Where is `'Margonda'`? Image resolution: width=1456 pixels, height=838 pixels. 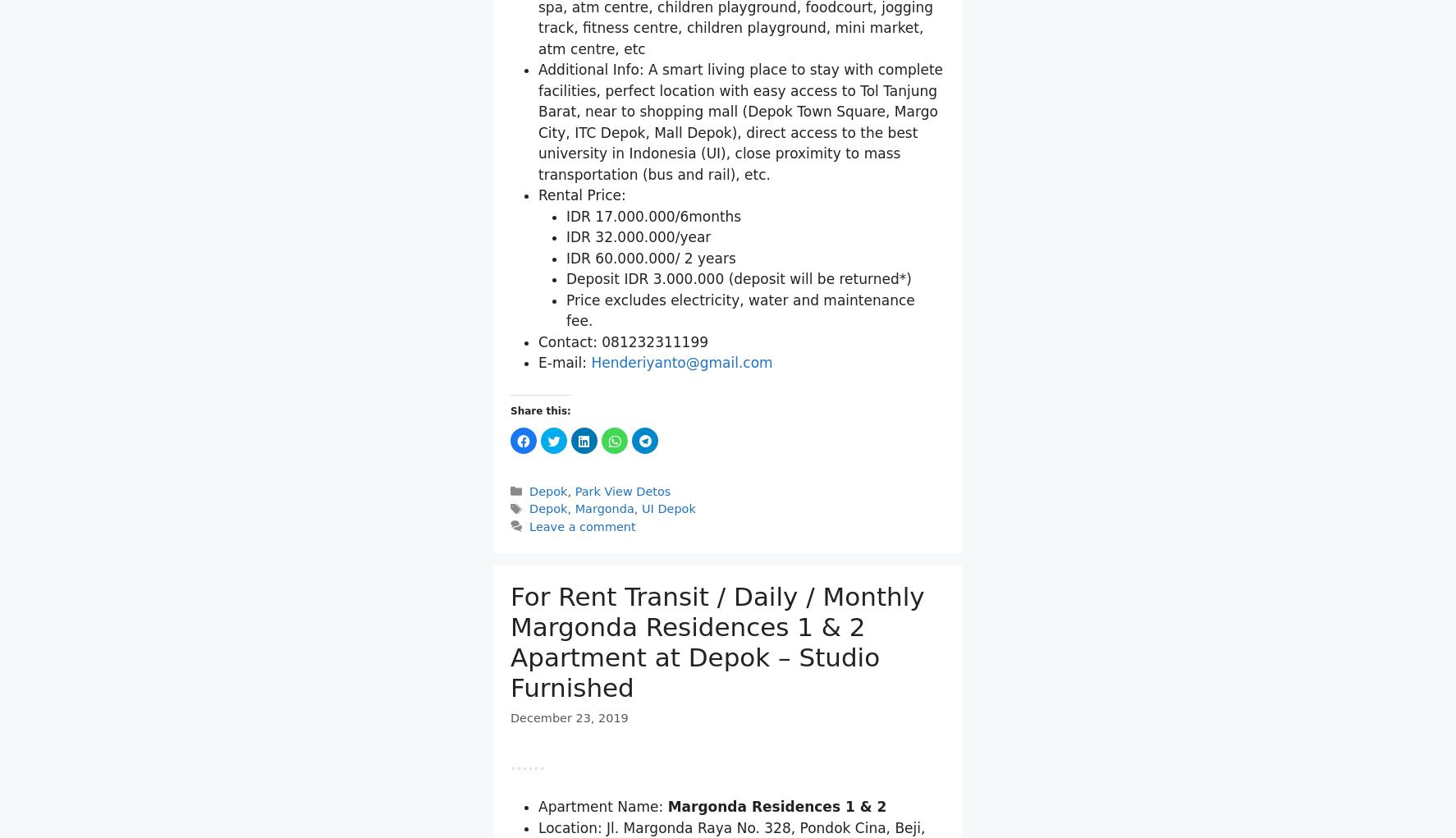
'Margonda' is located at coordinates (603, 700).